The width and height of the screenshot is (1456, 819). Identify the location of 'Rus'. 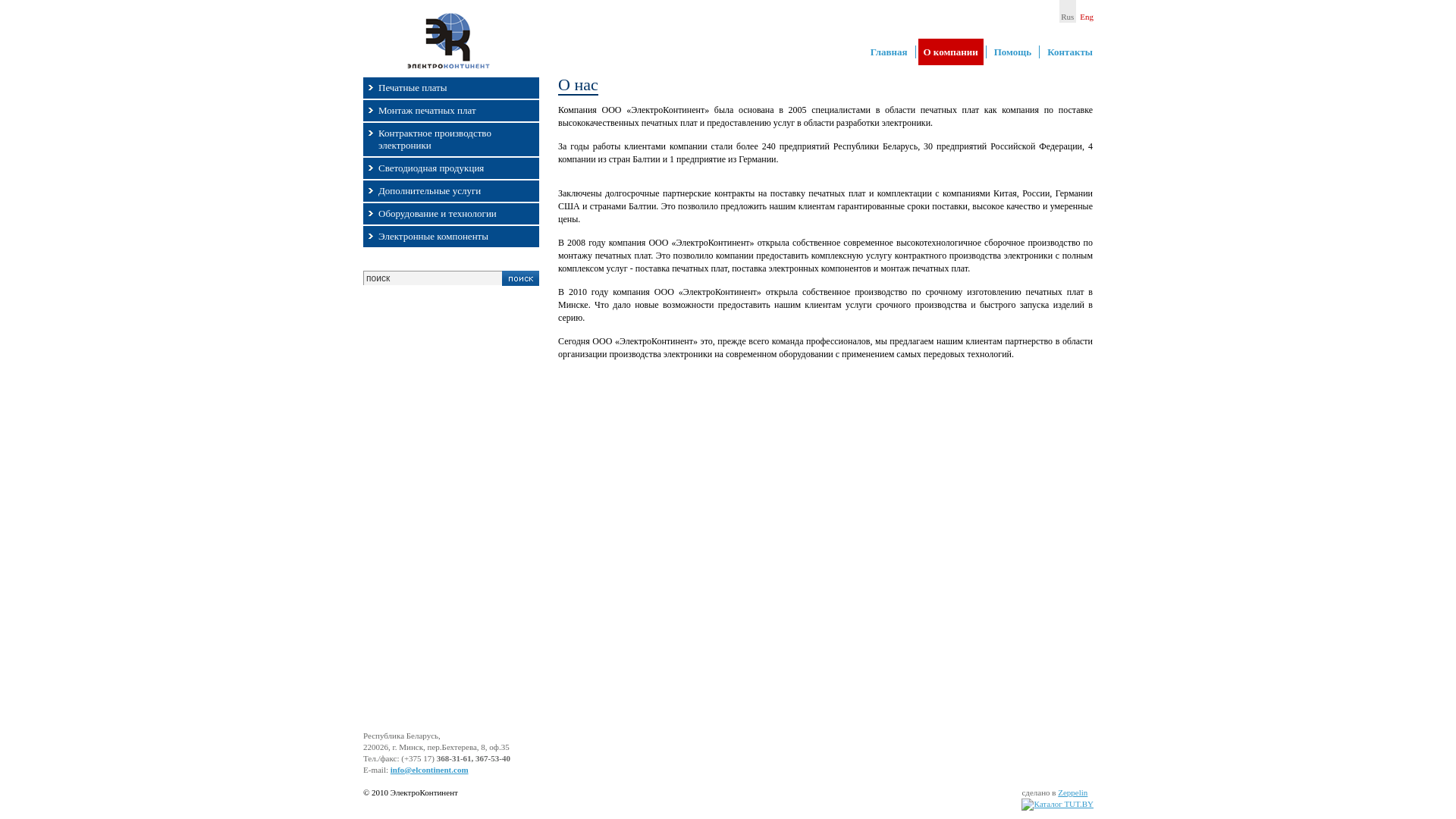
(1066, 11).